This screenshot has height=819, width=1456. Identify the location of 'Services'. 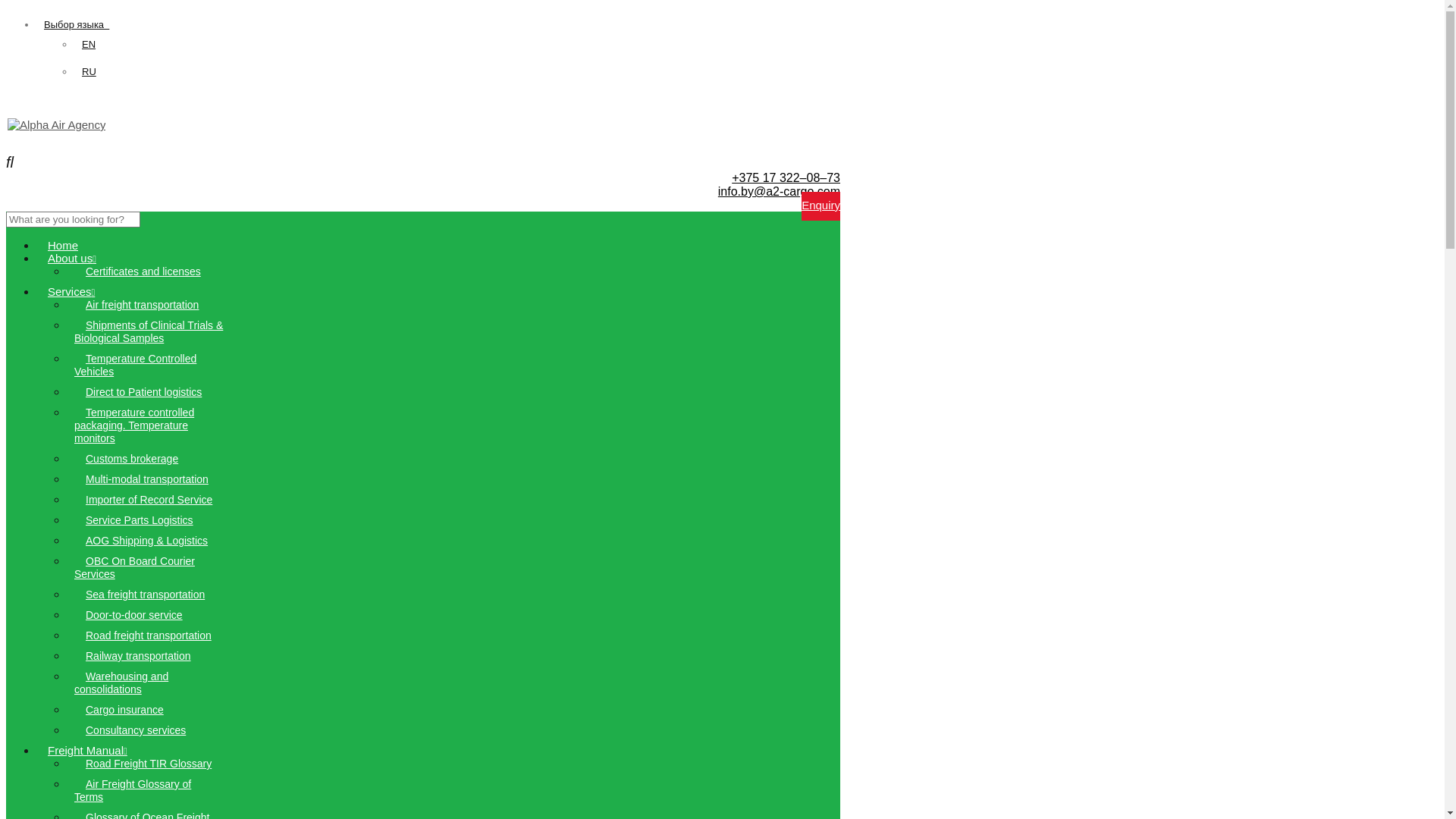
(36, 291).